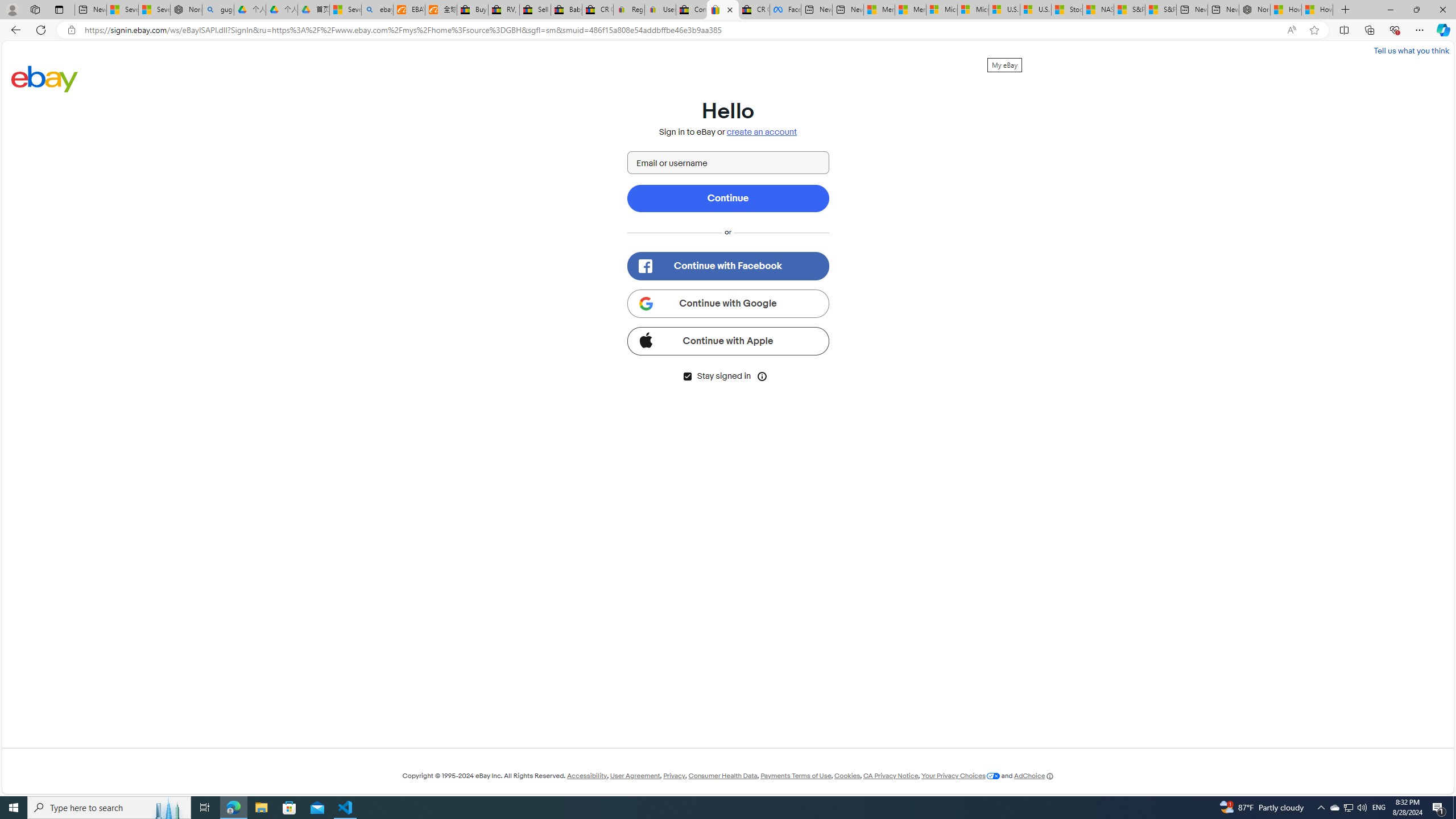 The height and width of the screenshot is (819, 1456). Describe the element at coordinates (763, 375) in the screenshot. I see `'Class: icon-btn tooltip__host icon-btn--transparent'` at that location.